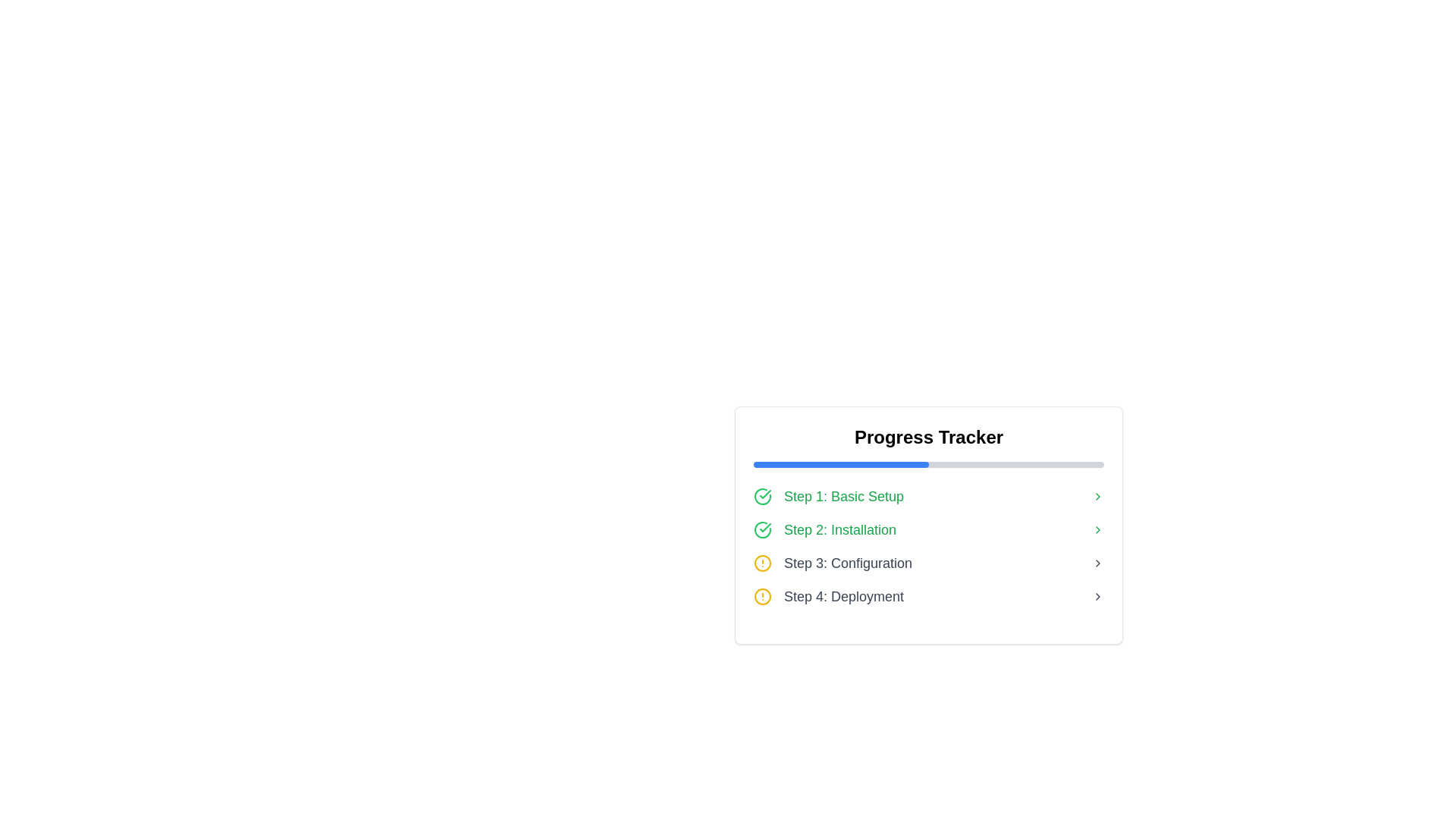 This screenshot has height=819, width=1456. What do you see at coordinates (927, 438) in the screenshot?
I see `text content of the Text Label that serves as the title for the section, indicating that the content below pertains to tracking progress` at bounding box center [927, 438].